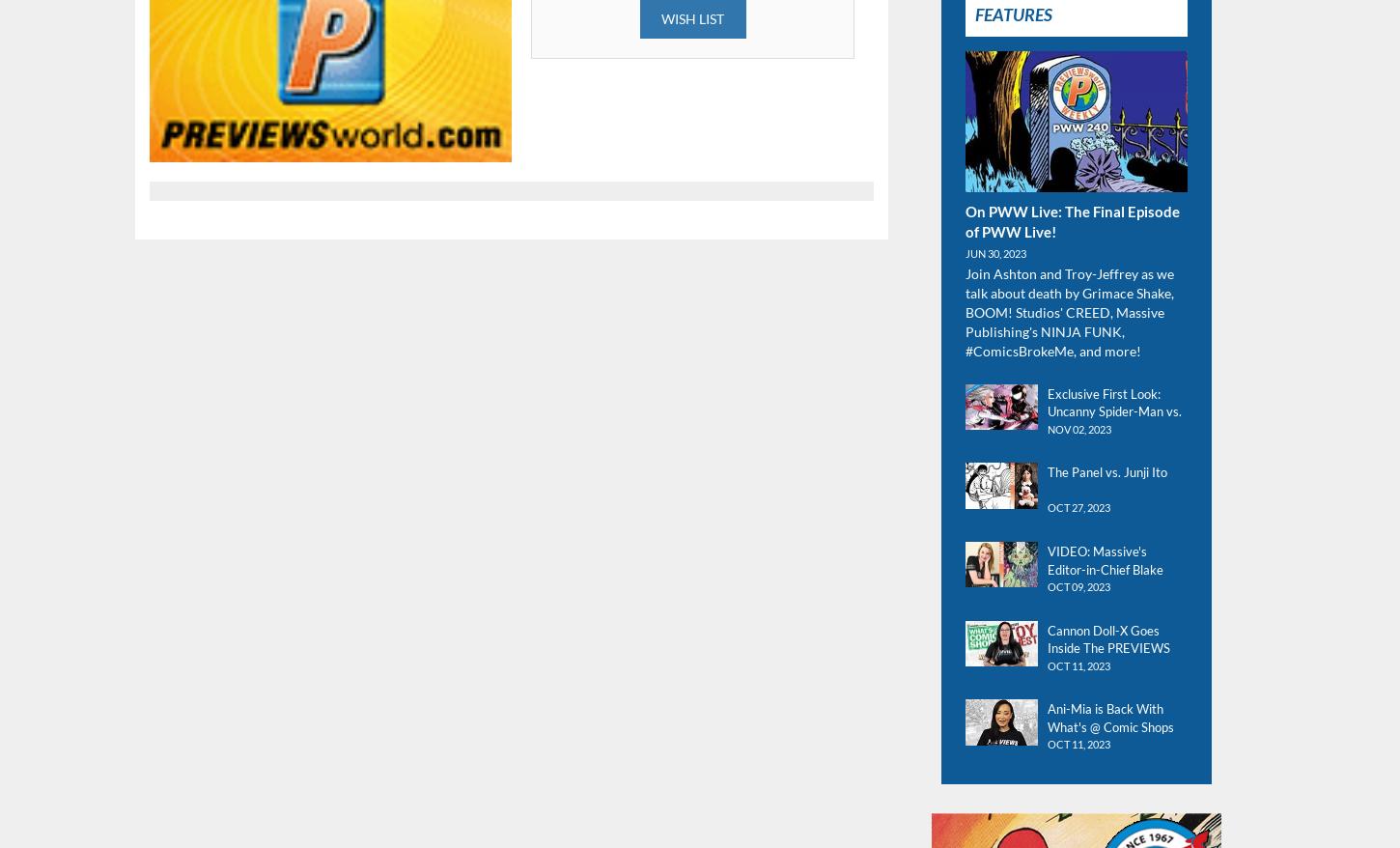  I want to click on 'Exclusive First Look: Uncanny Spider-Man vs. Silver Sable!', so click(1113, 410).